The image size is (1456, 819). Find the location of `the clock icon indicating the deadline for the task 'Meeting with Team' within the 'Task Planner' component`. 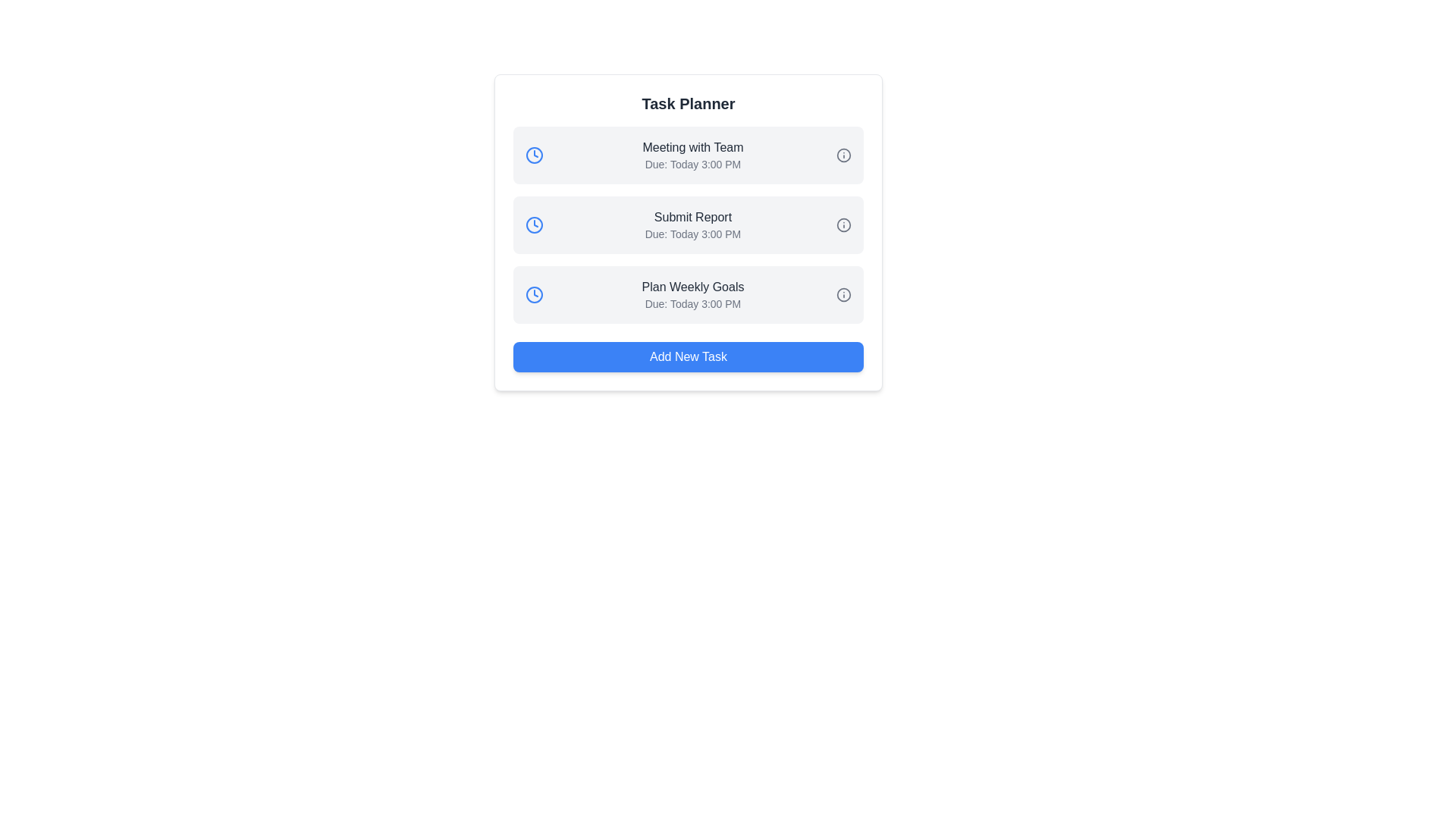

the clock icon indicating the deadline for the task 'Meeting with Team' within the 'Task Planner' component is located at coordinates (535, 155).